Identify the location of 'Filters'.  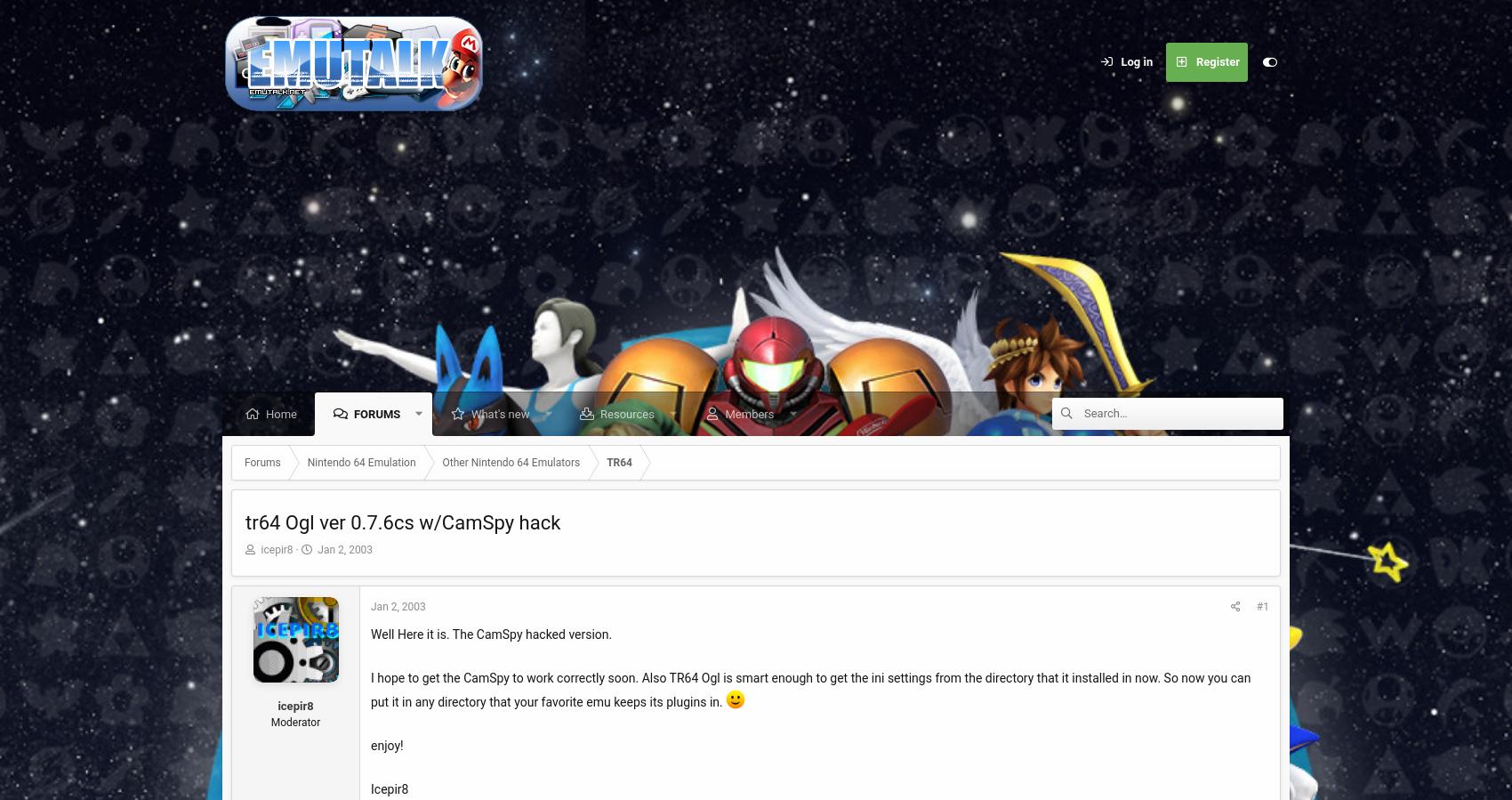
(1108, 584).